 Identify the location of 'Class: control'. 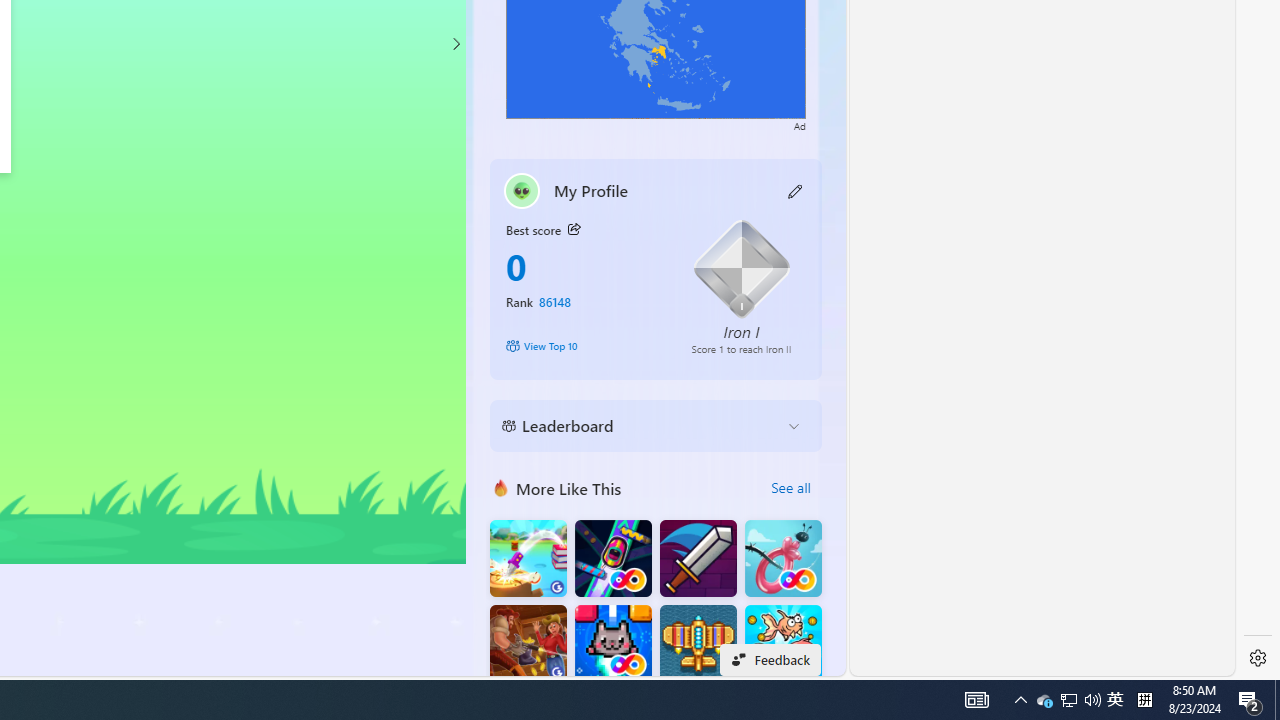
(454, 43).